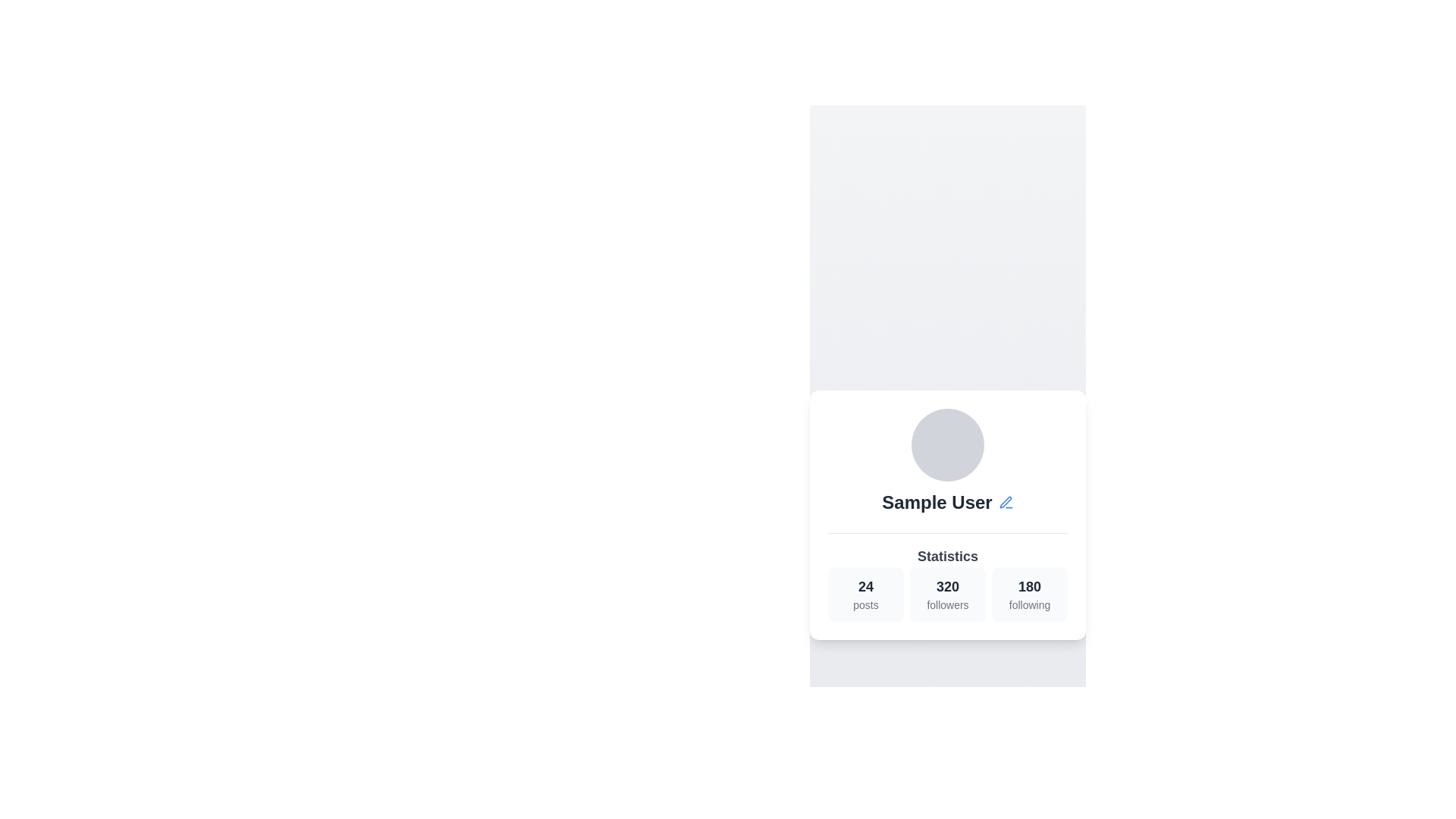 The image size is (1456, 819). Describe the element at coordinates (866, 604) in the screenshot. I see `the Text label that provides context to the associated numeric value indicating the number of posts, located below the '24' numeric value in the leftmost statistics card under the user profile section` at that location.